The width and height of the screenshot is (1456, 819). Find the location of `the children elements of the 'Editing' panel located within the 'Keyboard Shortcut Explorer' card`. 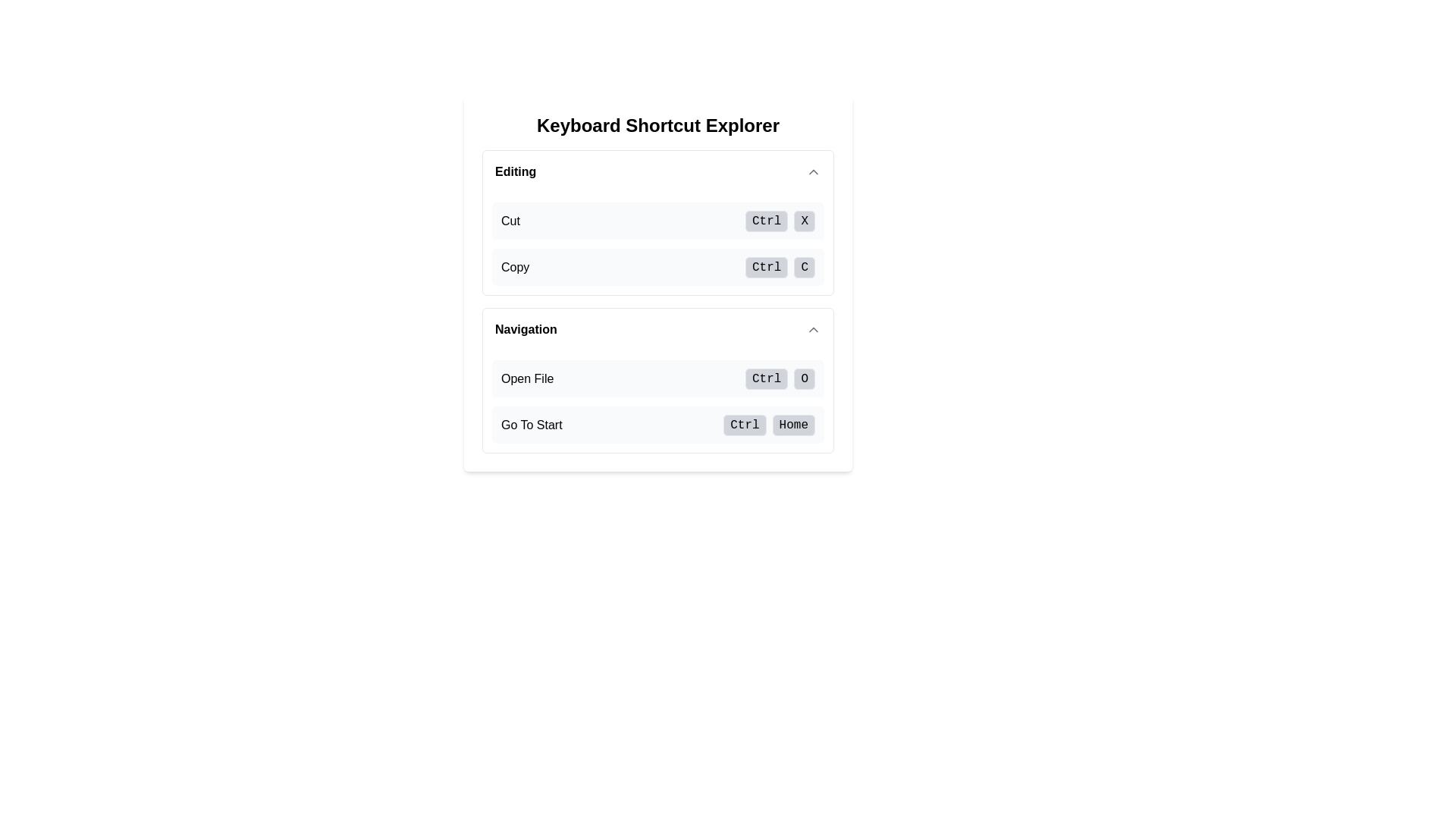

the children elements of the 'Editing' panel located within the 'Keyboard Shortcut Explorer' card is located at coordinates (658, 222).